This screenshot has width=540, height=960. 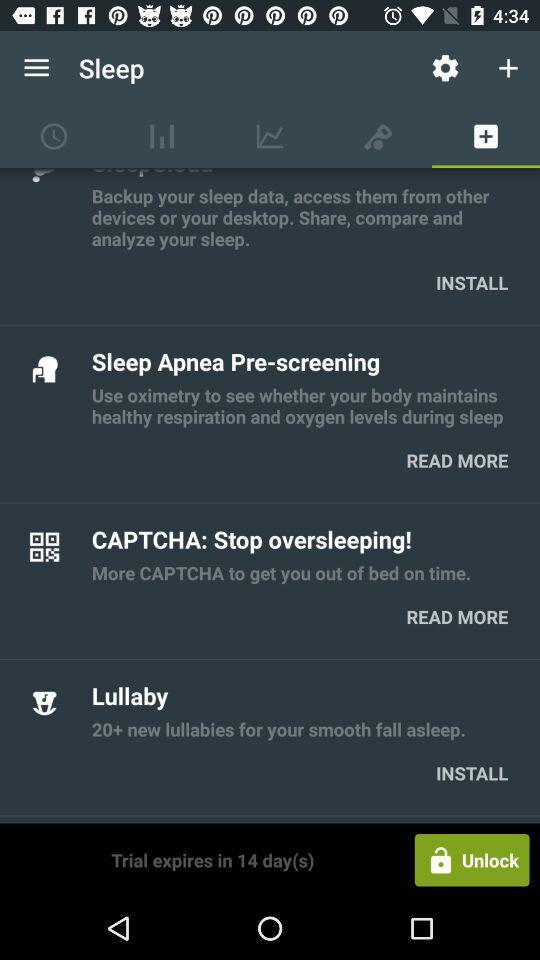 I want to click on the third icon in the row shown below sleep, so click(x=270, y=135).